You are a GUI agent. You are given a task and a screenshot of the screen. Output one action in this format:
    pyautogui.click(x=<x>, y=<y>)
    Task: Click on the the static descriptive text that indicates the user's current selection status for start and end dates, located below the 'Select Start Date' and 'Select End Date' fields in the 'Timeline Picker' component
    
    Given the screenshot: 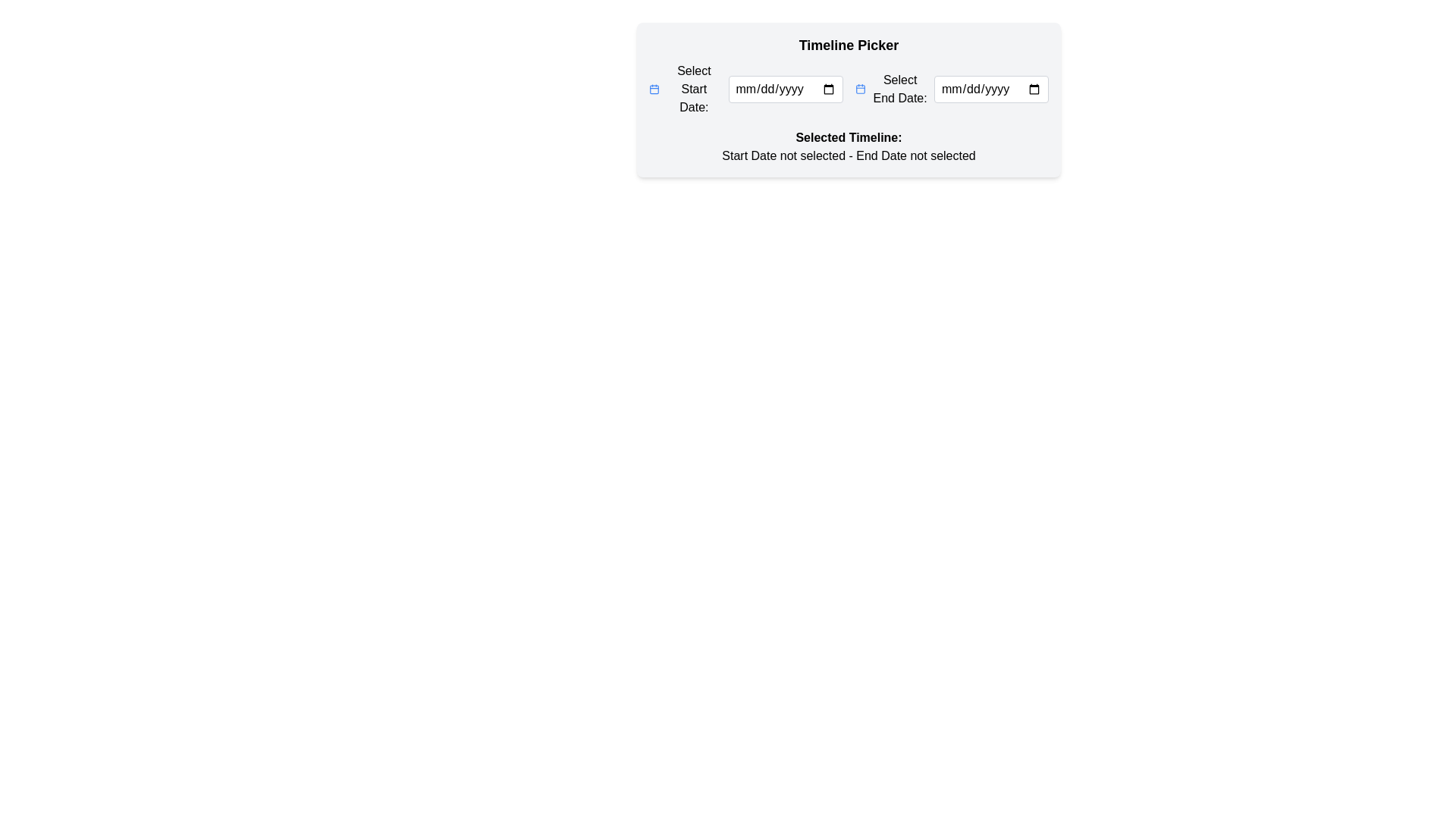 What is the action you would take?
    pyautogui.click(x=848, y=146)
    